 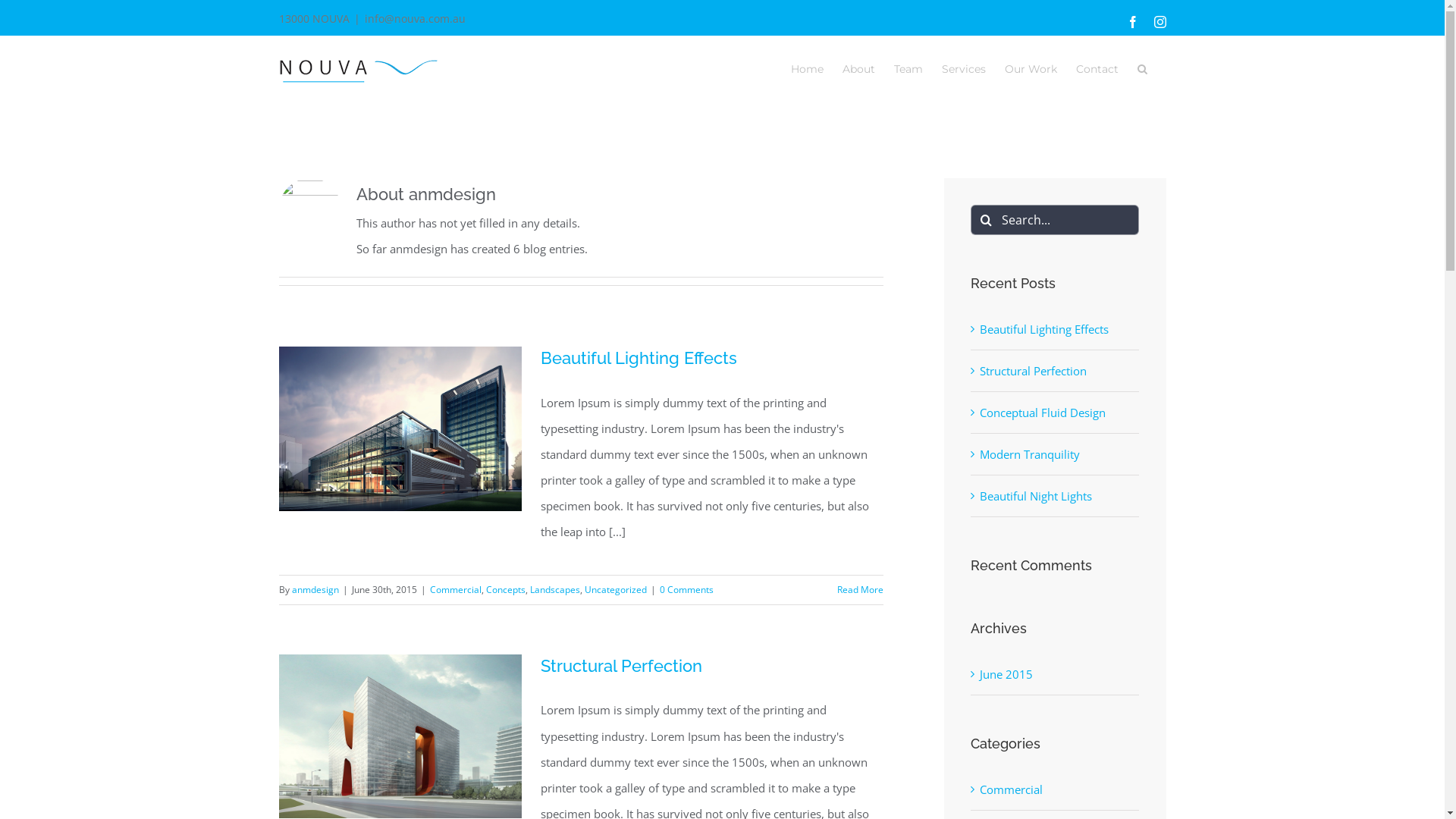 I want to click on 'Conceptual Fluid Design', so click(x=1041, y=412).